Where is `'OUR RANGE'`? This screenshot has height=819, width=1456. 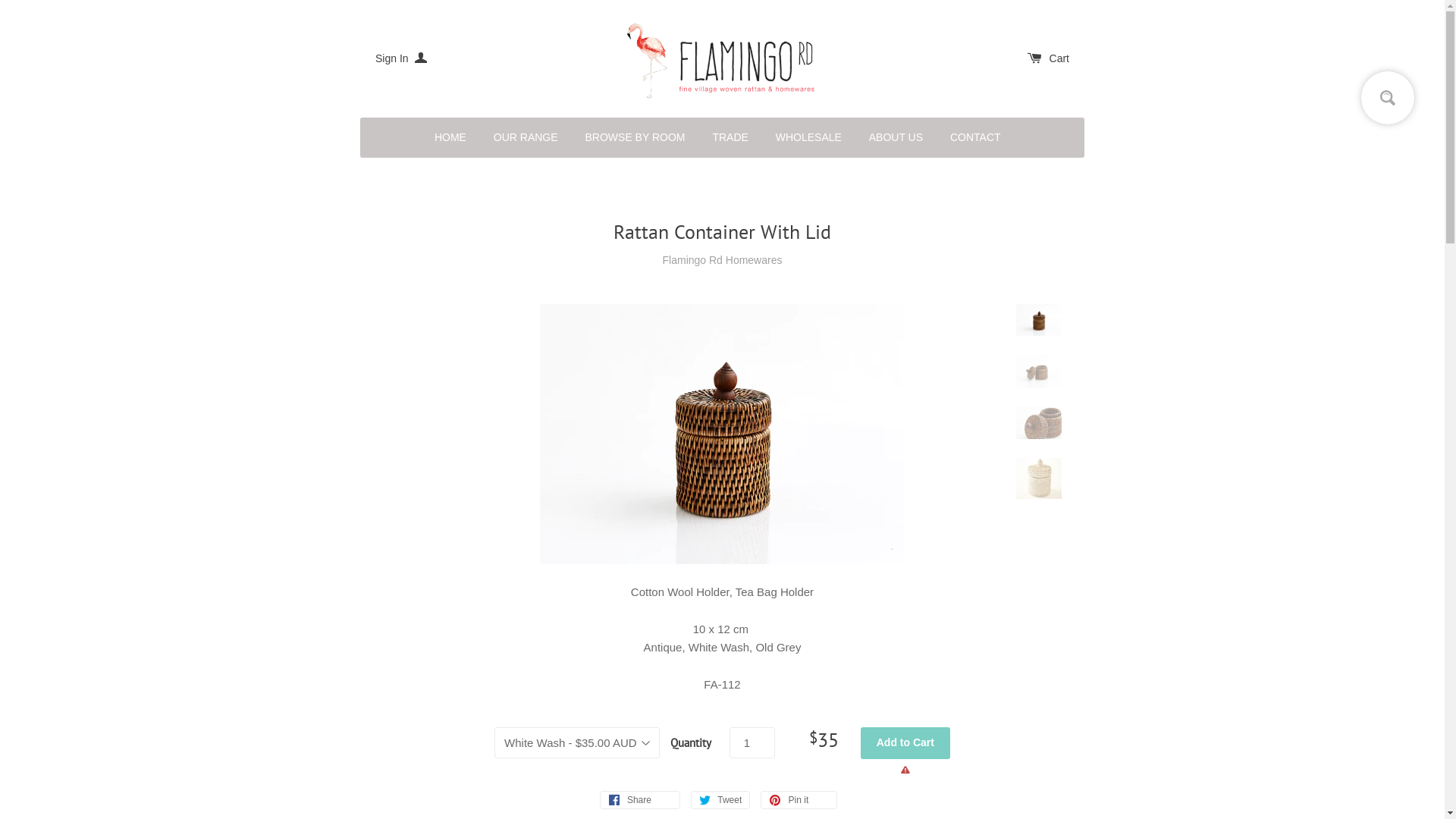 'OUR RANGE' is located at coordinates (526, 137).